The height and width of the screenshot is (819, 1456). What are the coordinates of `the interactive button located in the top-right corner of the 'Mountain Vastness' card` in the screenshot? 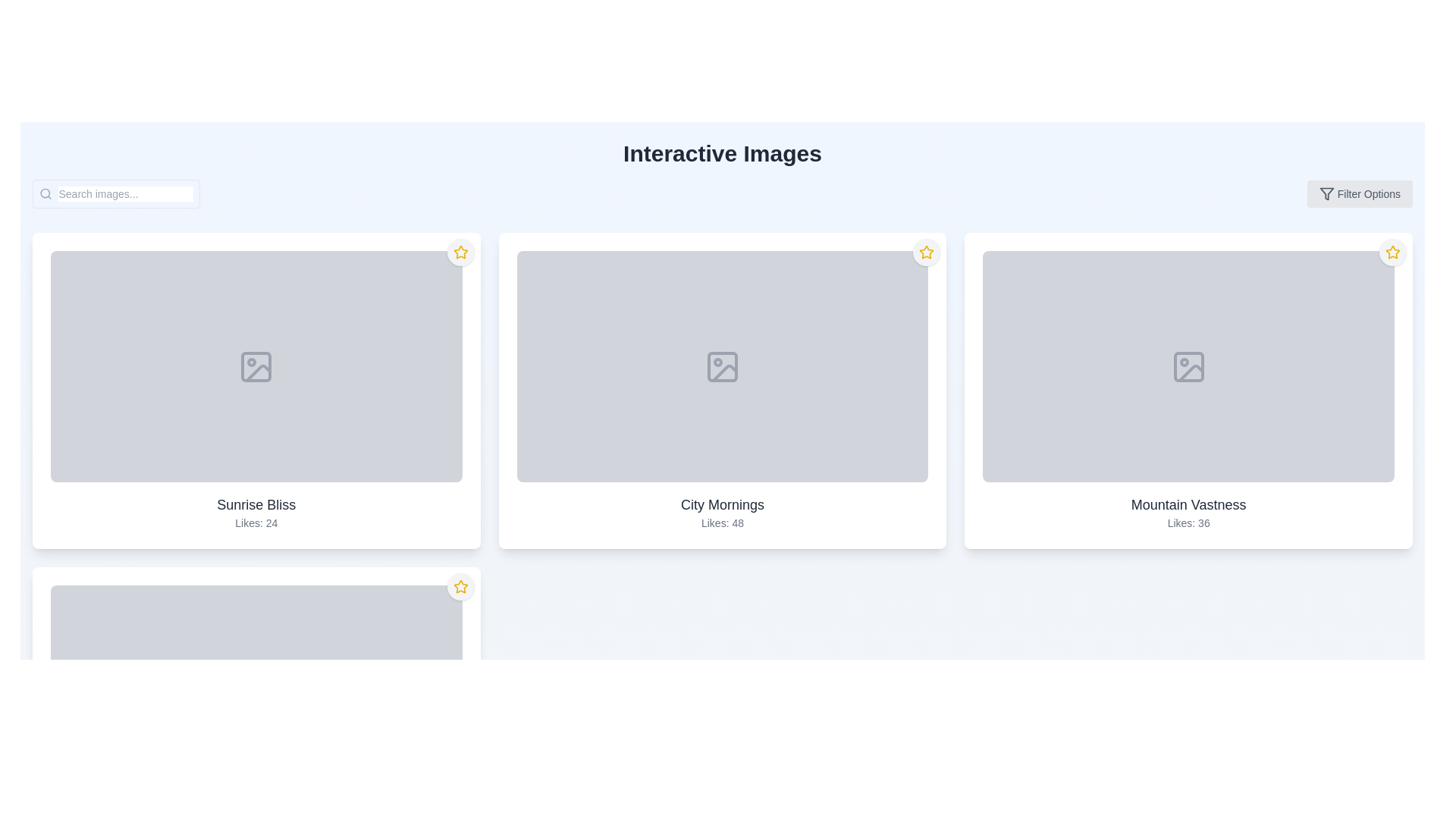 It's located at (1393, 251).